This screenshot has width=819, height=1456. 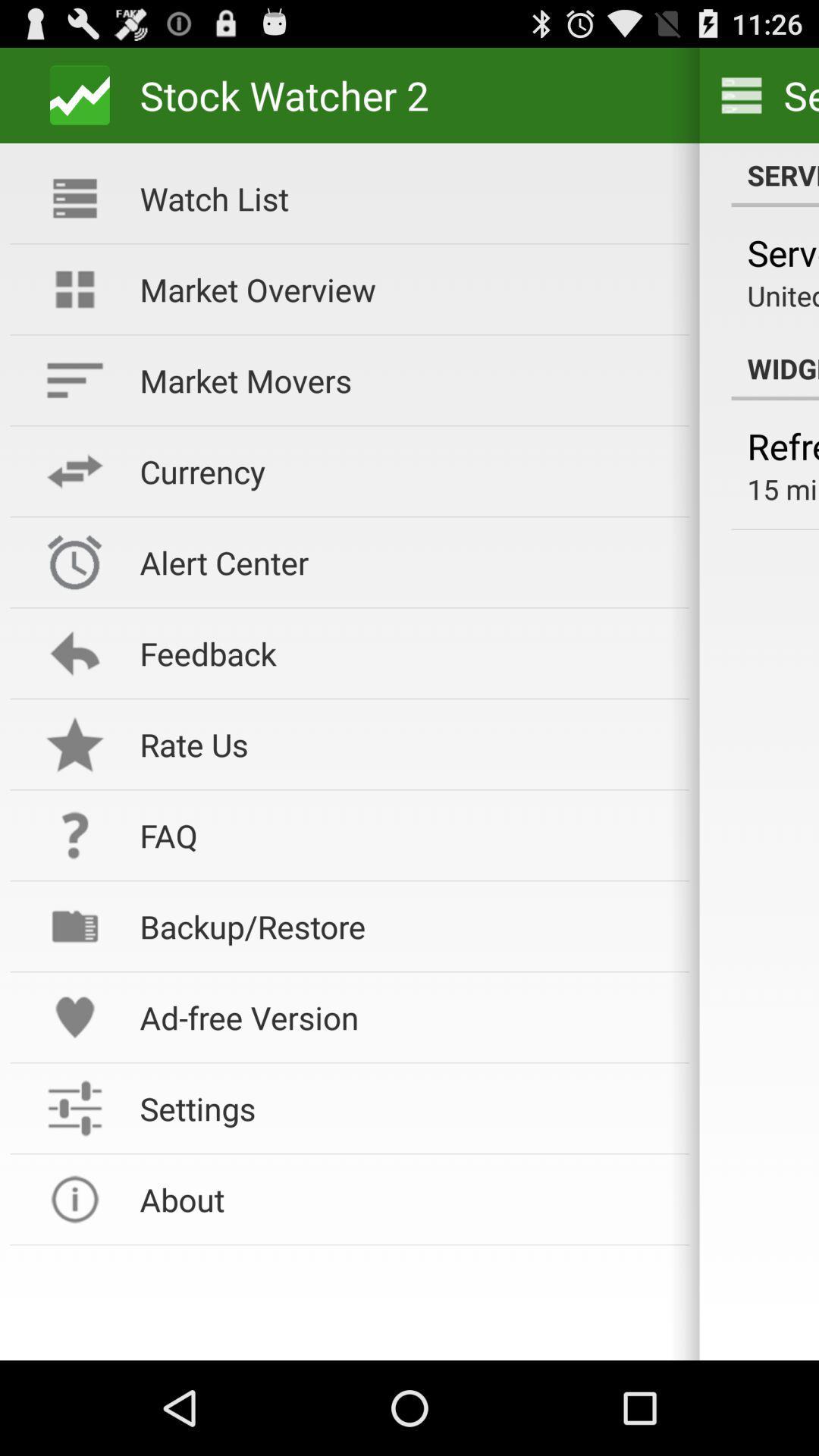 I want to click on item next to widgets icon, so click(x=403, y=289).